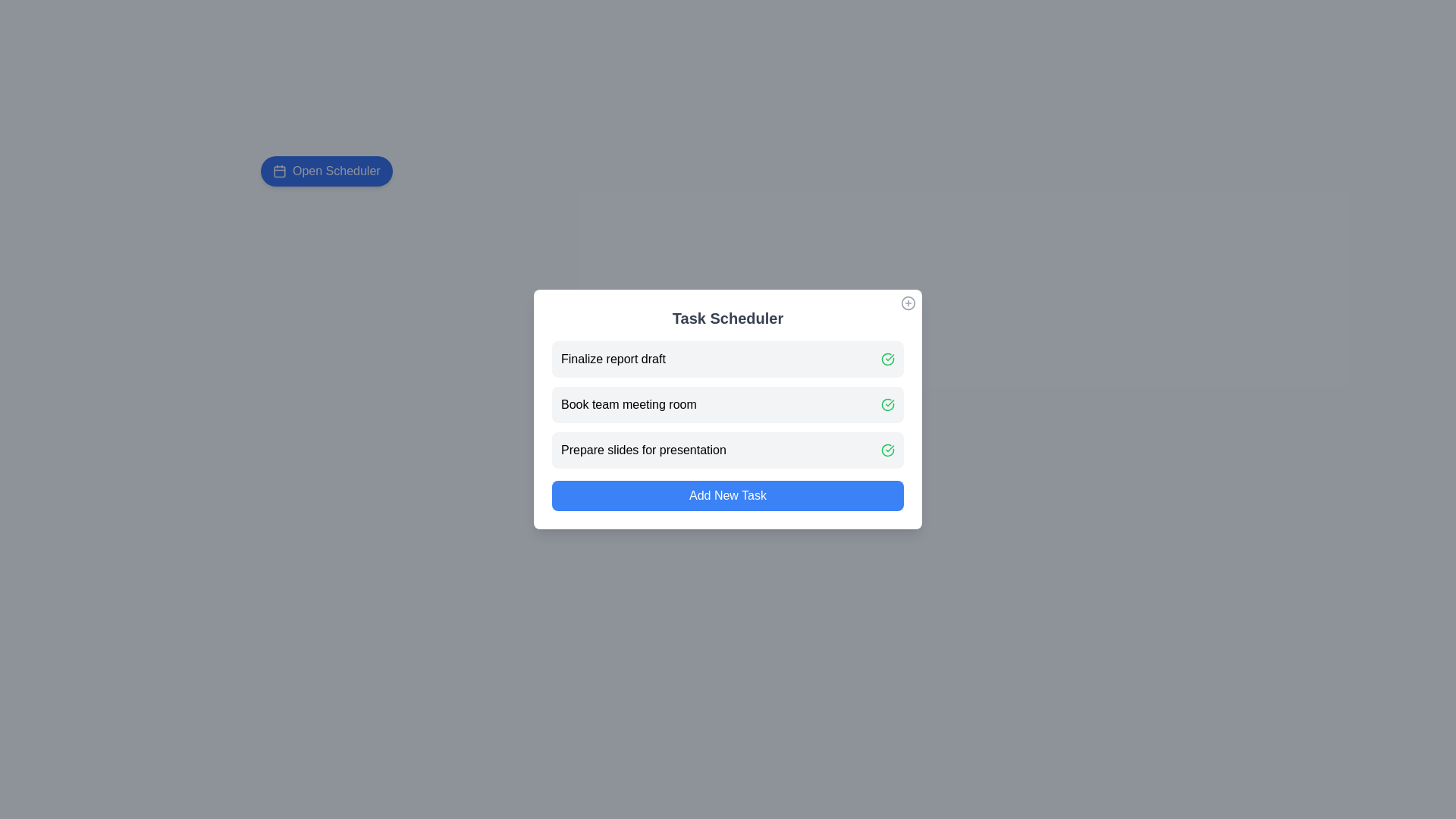 The image size is (1456, 819). Describe the element at coordinates (888, 403) in the screenshot. I see `the green circle checkmark SVG icon located beside the text 'Book team meeting room' in the second item of the 'Task Scheduler' list` at that location.